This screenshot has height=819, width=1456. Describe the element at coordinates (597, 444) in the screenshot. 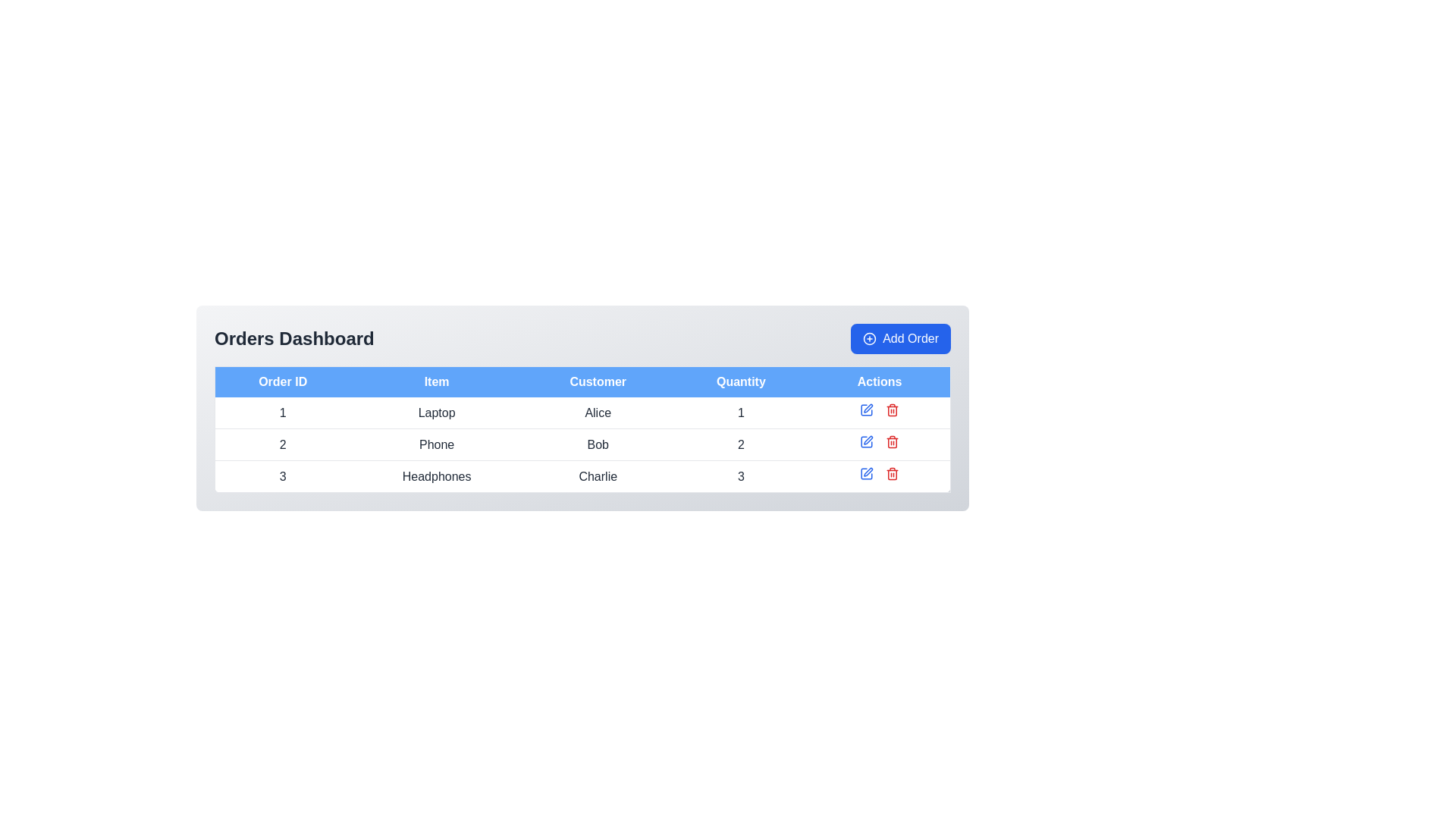

I see `the text label displaying 'Bob' in bold, black font located in the 'Customer' column of the second row under 'Orders Dashboard'` at that location.